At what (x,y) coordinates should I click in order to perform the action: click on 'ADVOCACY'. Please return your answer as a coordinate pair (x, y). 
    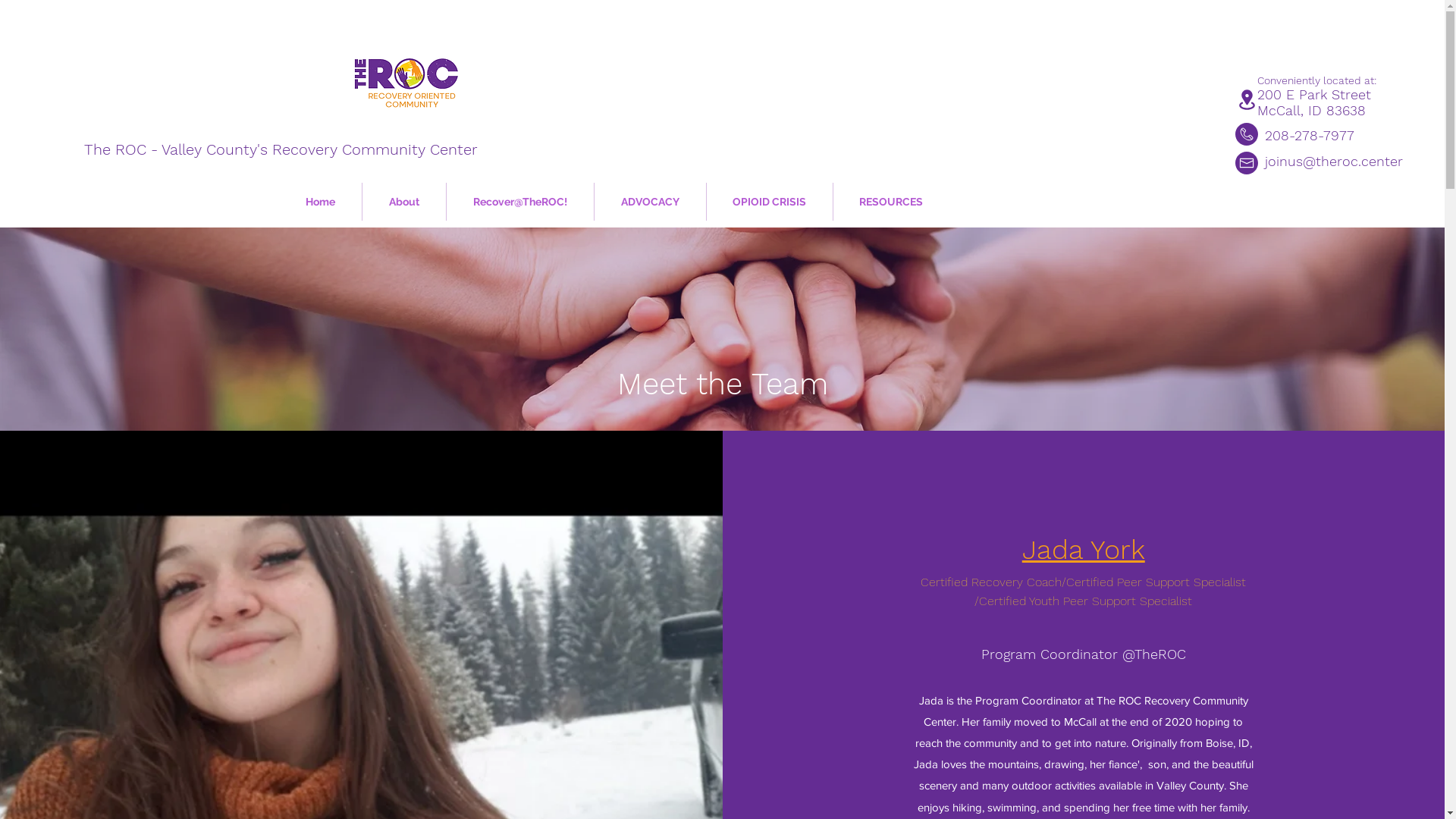
    Looking at the image, I should click on (593, 201).